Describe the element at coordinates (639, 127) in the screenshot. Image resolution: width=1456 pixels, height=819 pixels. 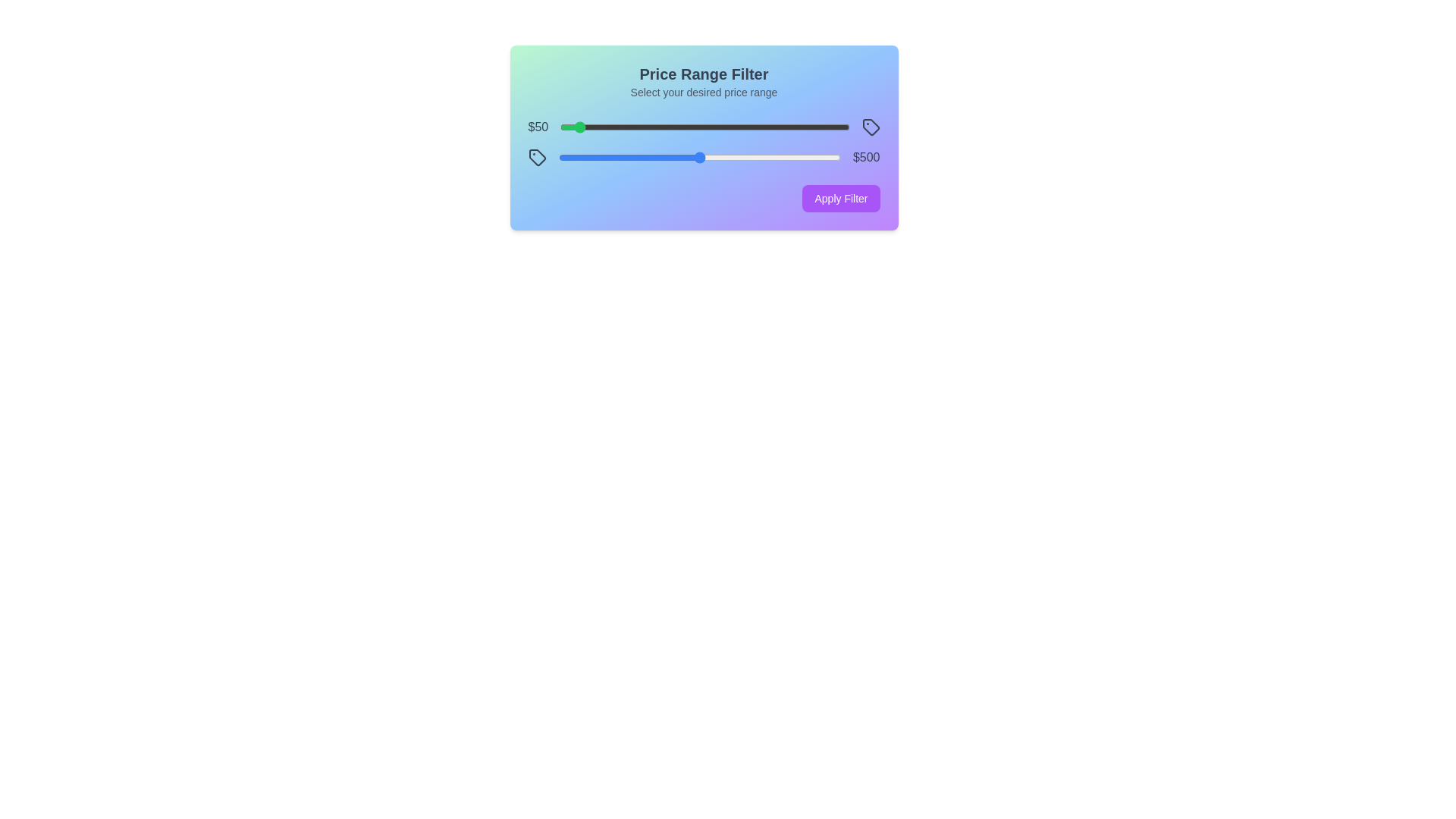
I see `the minimum price slider to 272` at that location.